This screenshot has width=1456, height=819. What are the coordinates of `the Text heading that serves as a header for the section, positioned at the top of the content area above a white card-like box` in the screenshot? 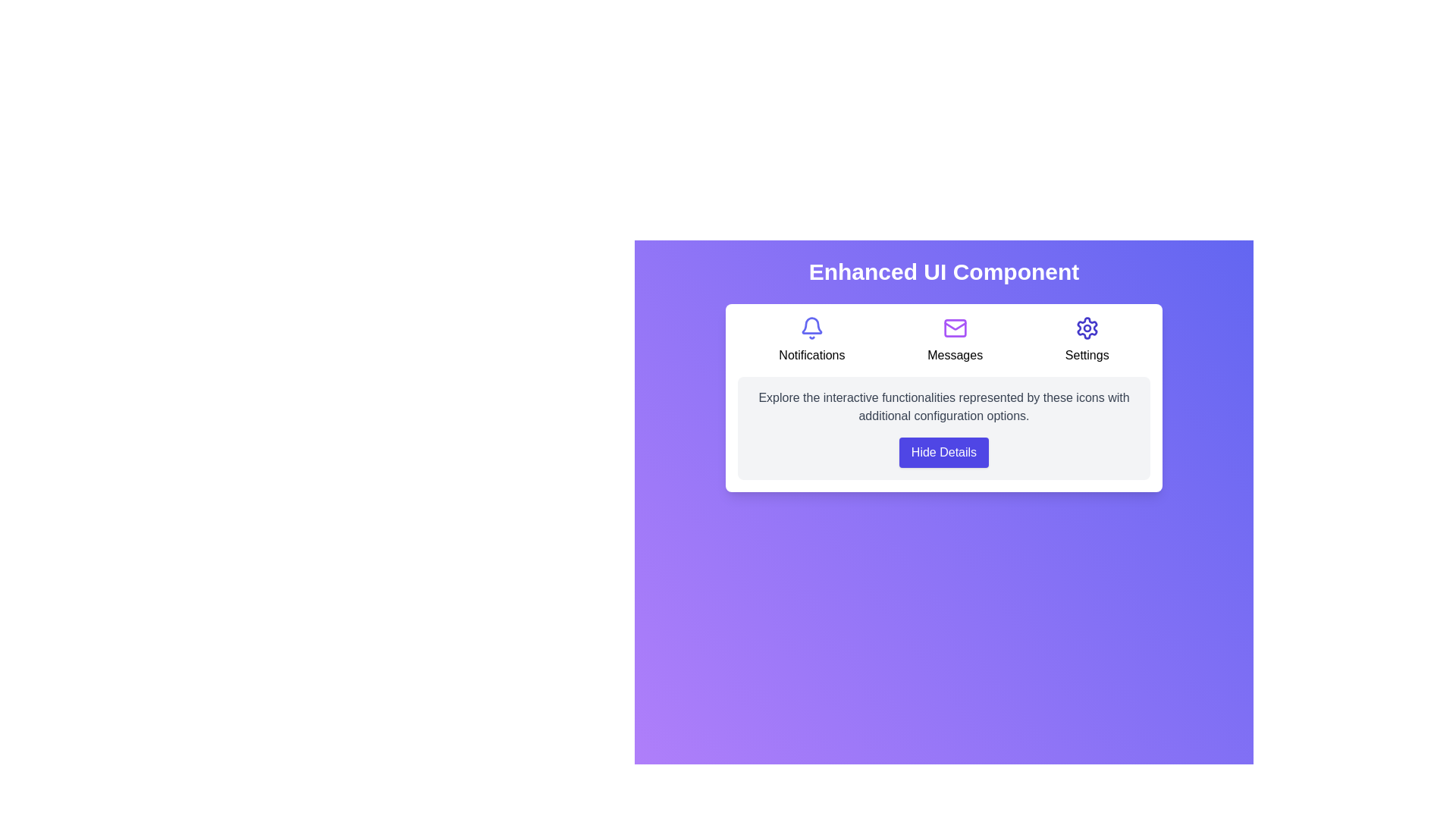 It's located at (943, 271).